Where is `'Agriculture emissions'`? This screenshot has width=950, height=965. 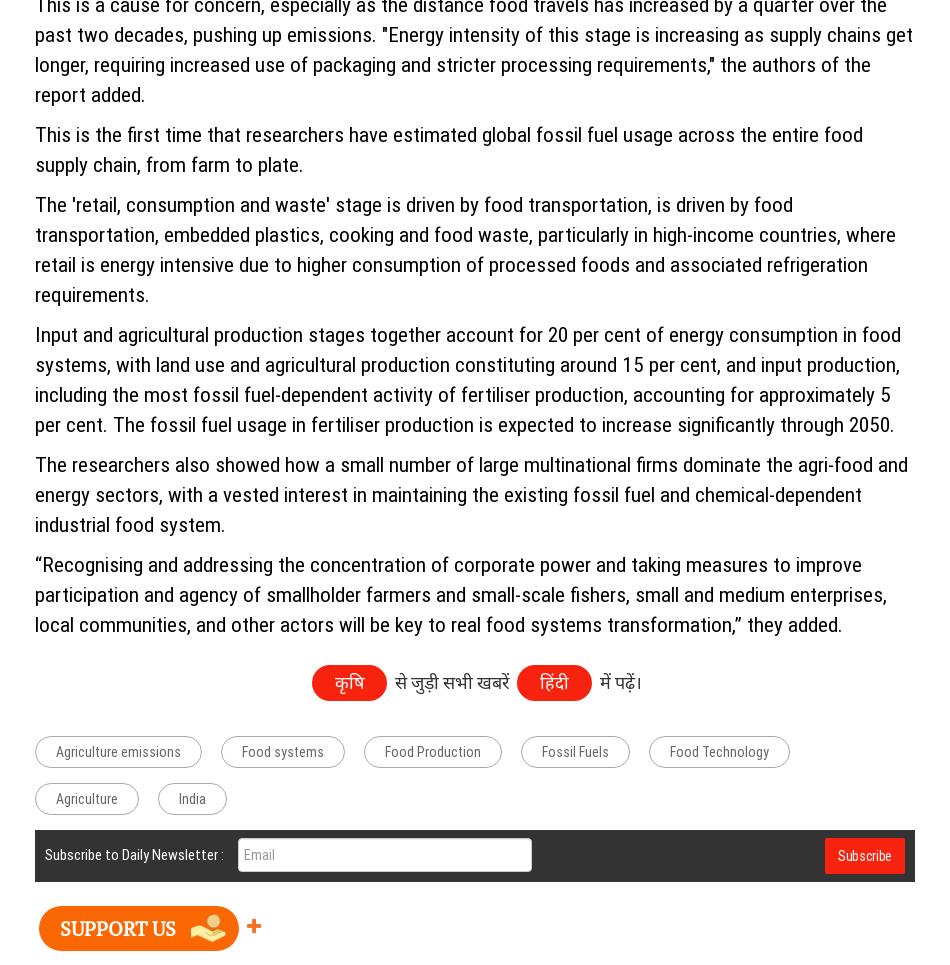 'Agriculture emissions' is located at coordinates (118, 751).